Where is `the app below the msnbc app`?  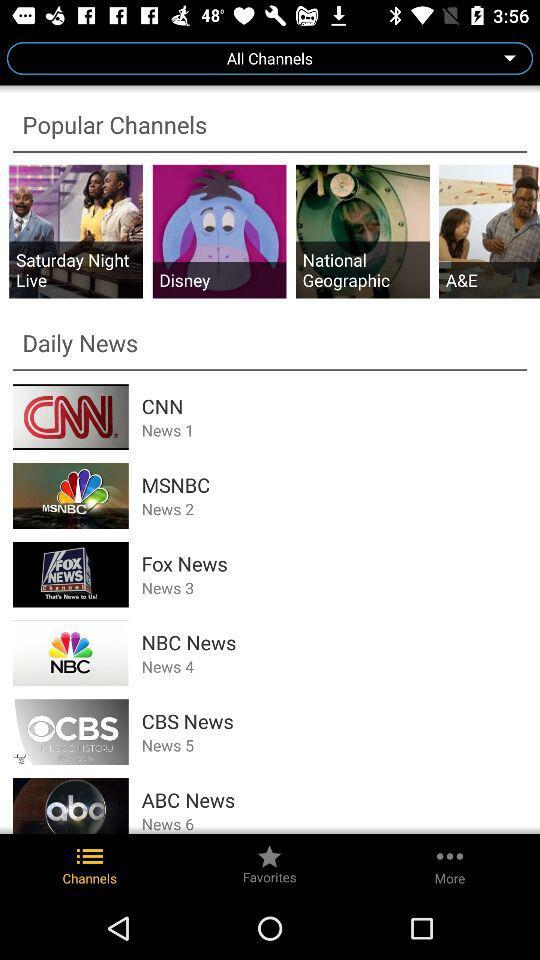 the app below the msnbc app is located at coordinates (334, 508).